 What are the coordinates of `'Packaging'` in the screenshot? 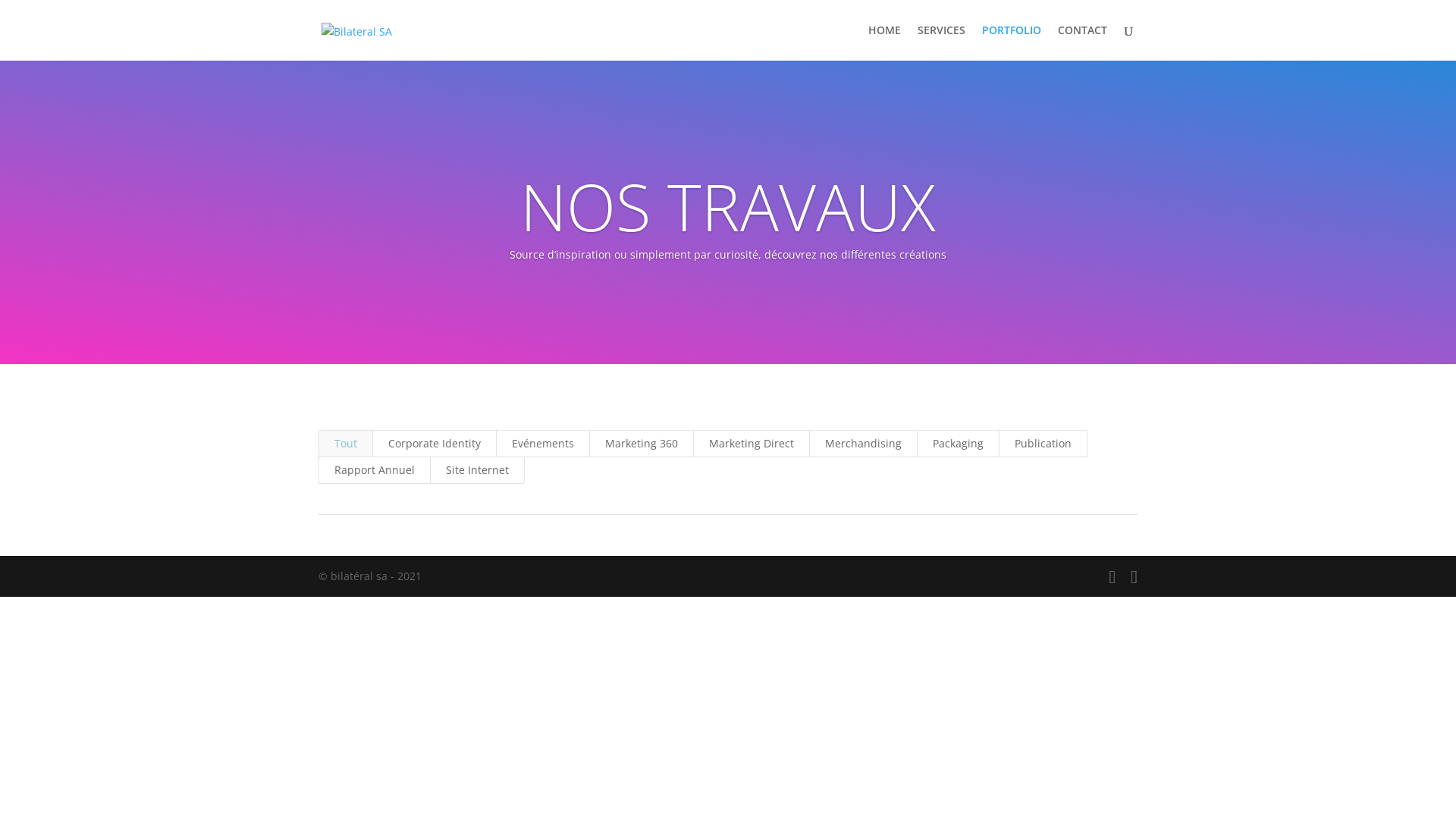 It's located at (957, 444).